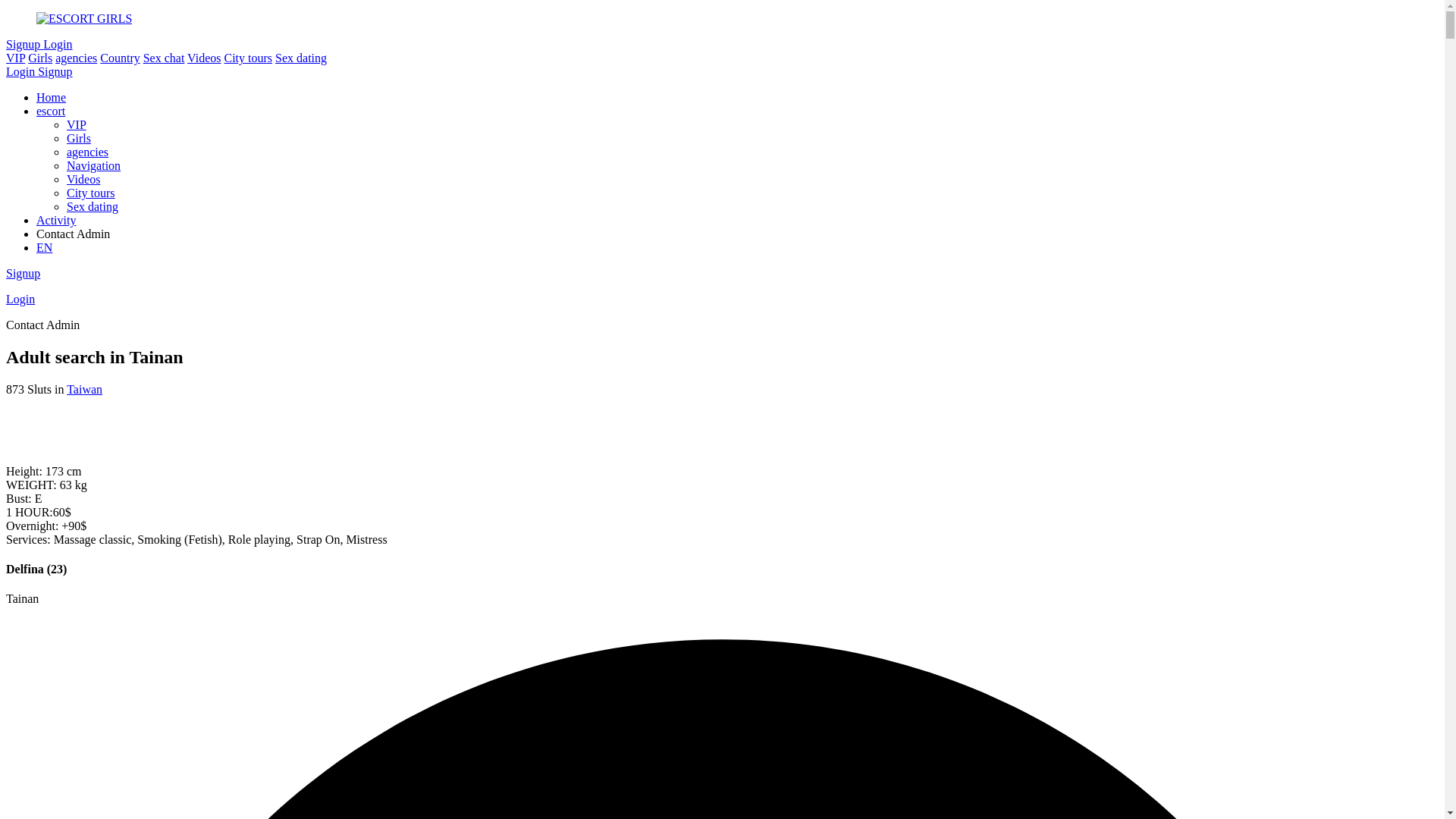 The image size is (1456, 819). I want to click on 'Videos', so click(83, 178).